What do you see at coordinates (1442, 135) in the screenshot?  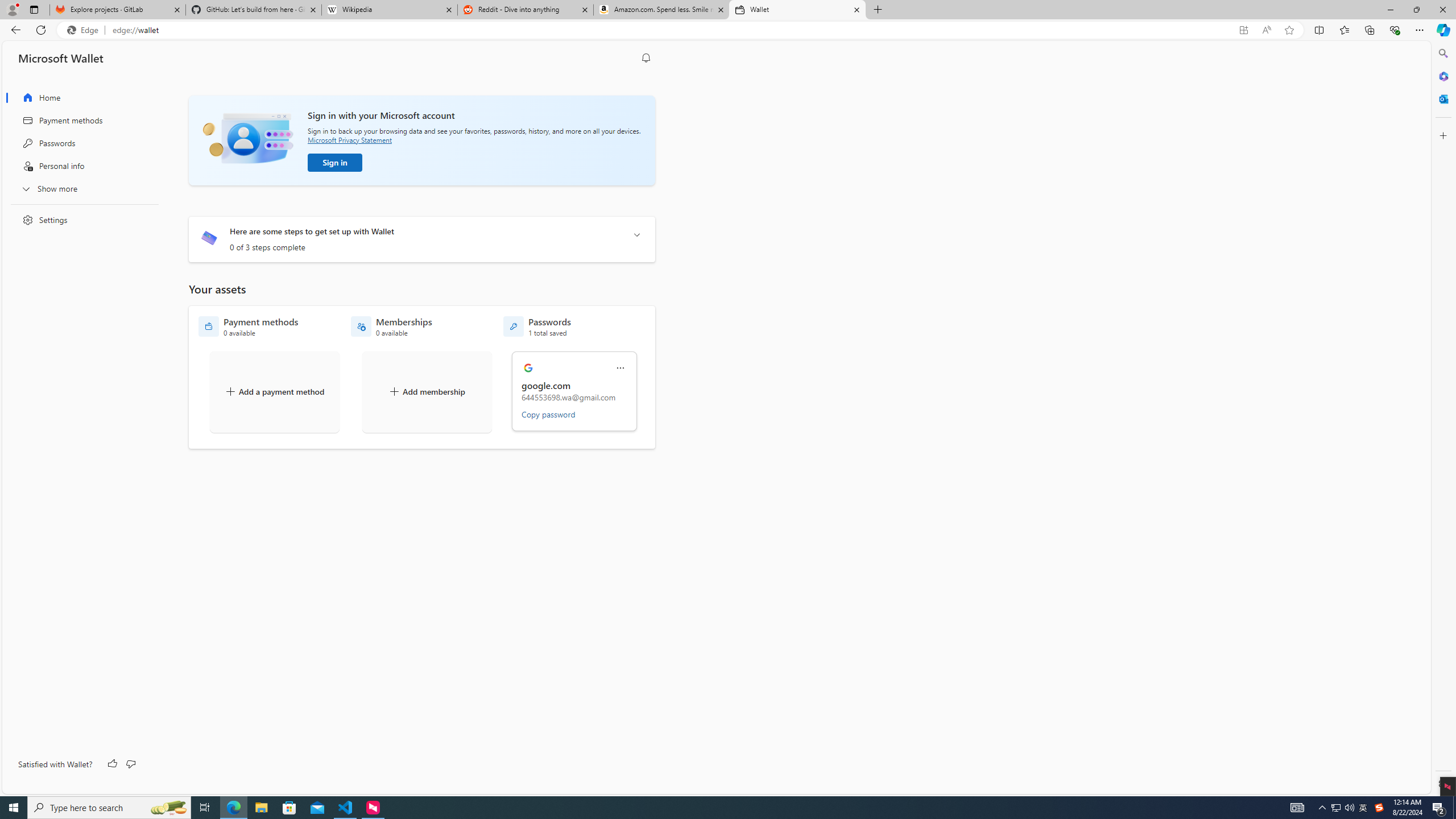 I see `'Customize'` at bounding box center [1442, 135].